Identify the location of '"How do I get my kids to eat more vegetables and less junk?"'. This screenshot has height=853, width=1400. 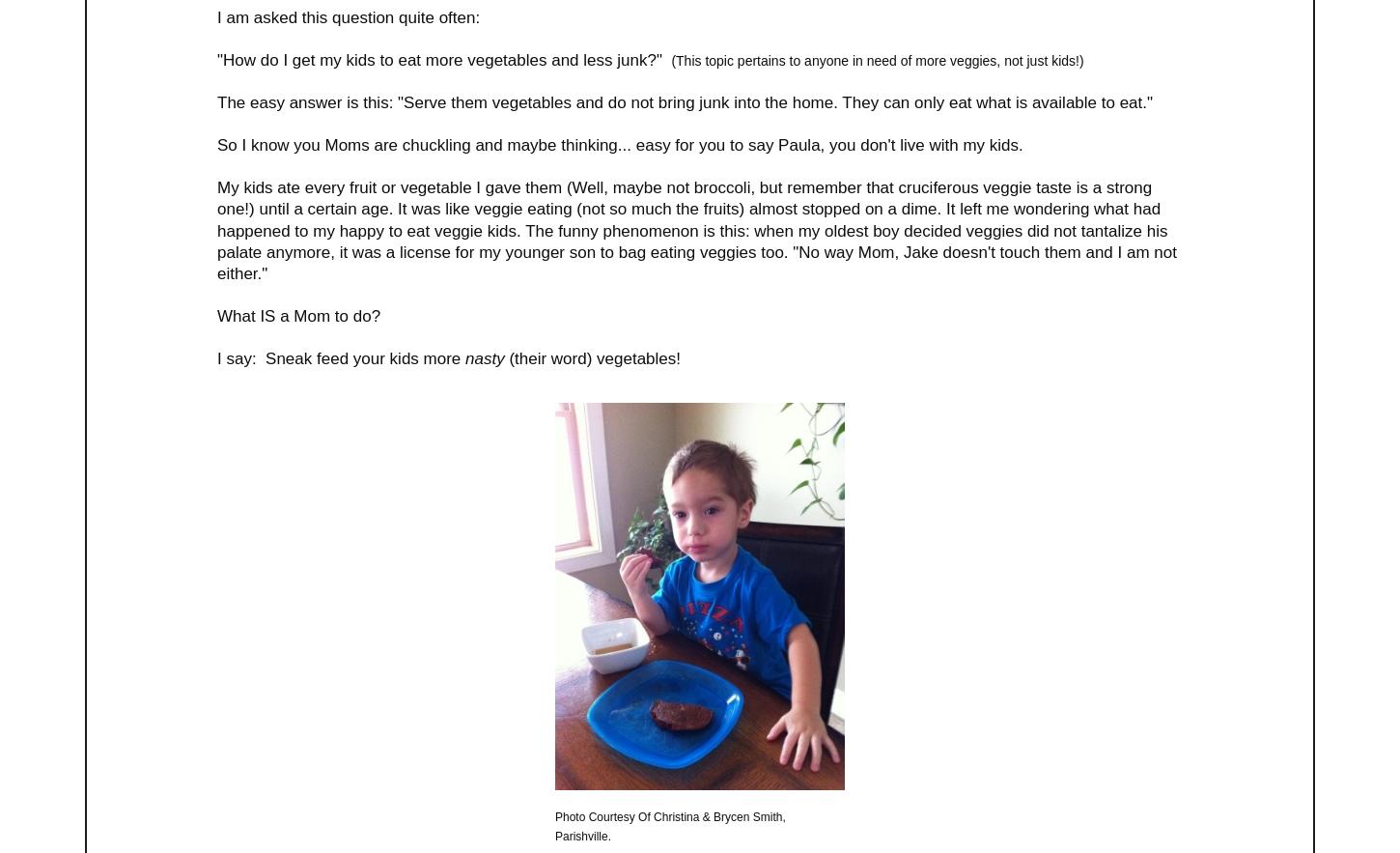
(216, 58).